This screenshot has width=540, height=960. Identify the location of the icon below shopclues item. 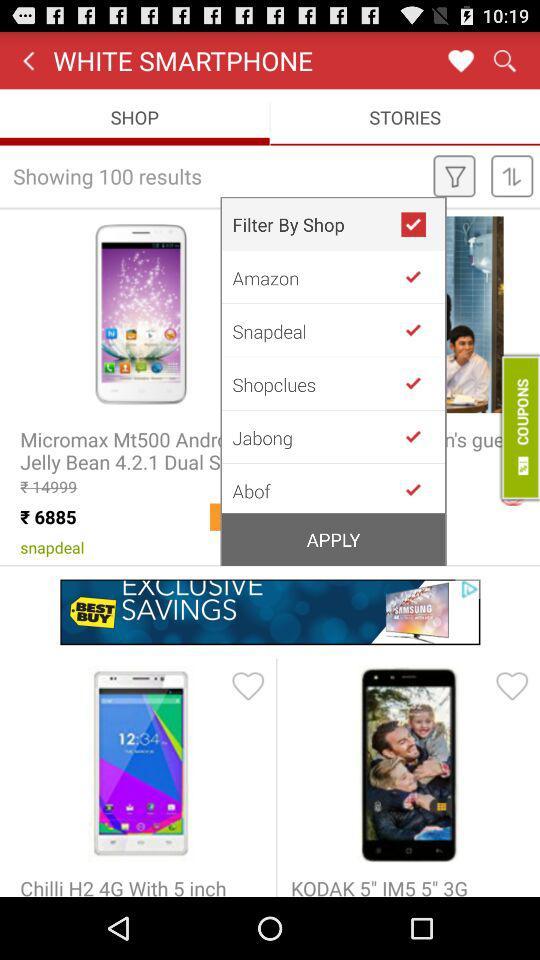
(316, 437).